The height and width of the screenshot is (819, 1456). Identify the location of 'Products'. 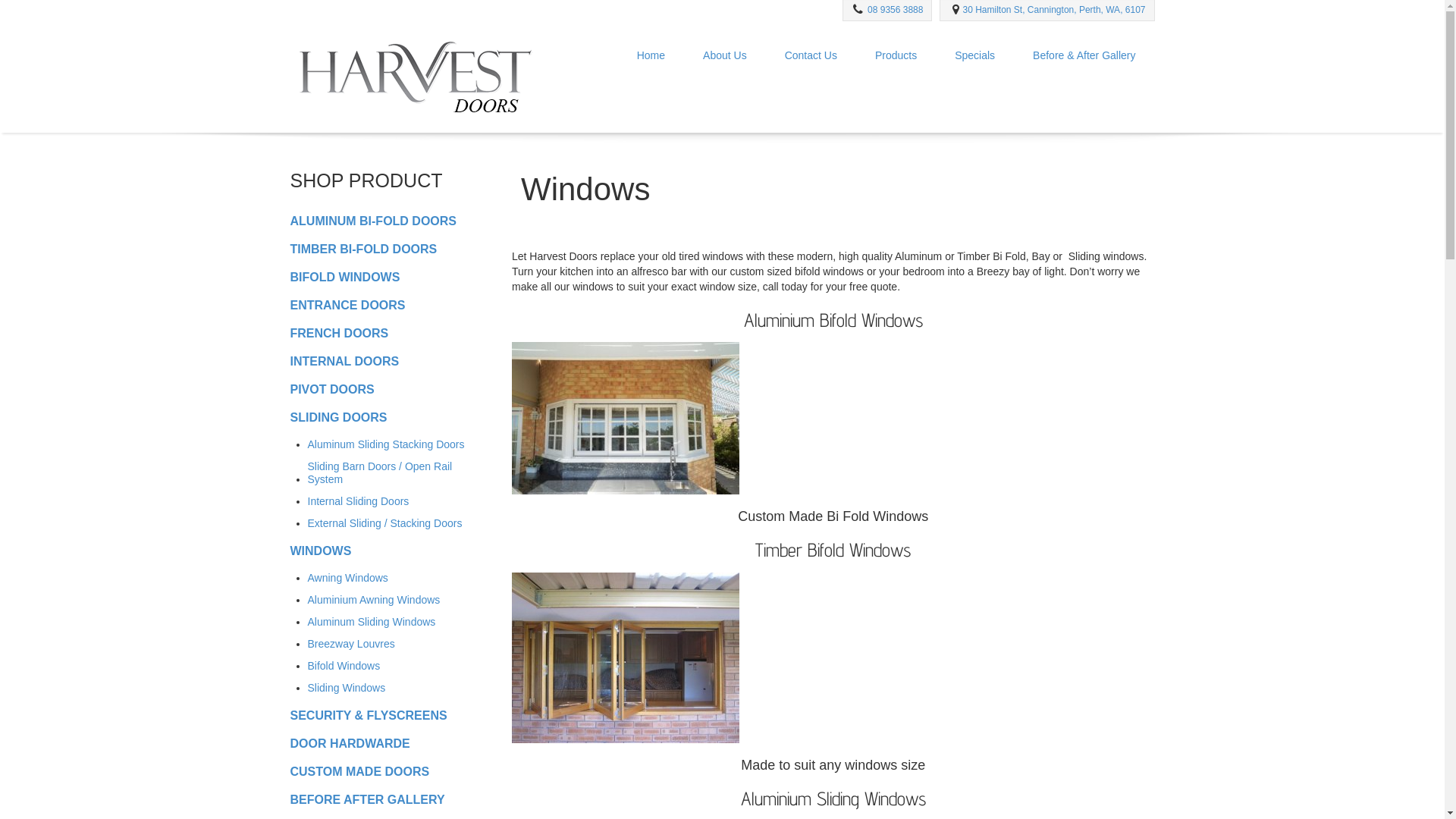
(896, 55).